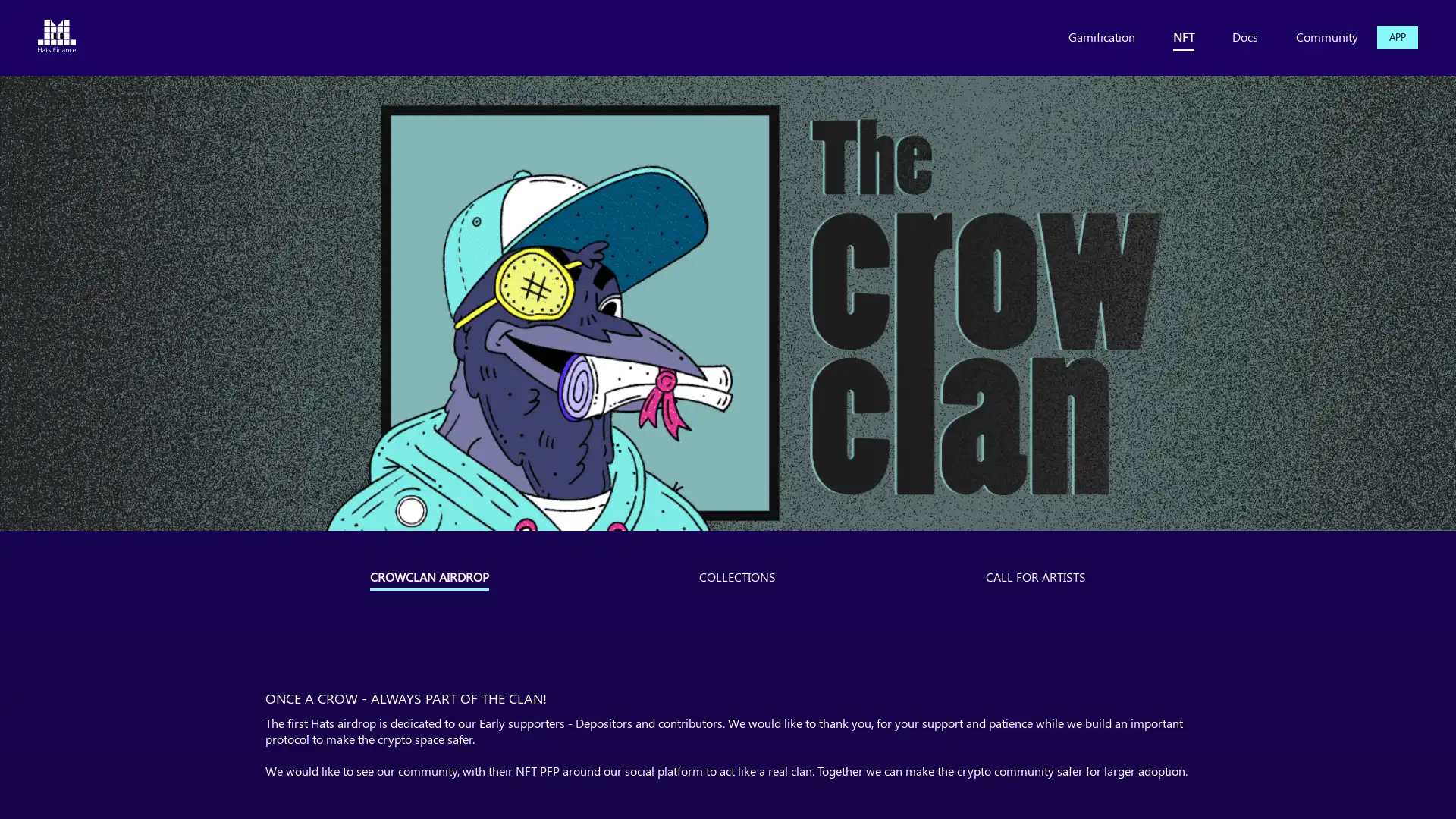 This screenshot has height=819, width=1456. What do you see at coordinates (1397, 35) in the screenshot?
I see `APP` at bounding box center [1397, 35].